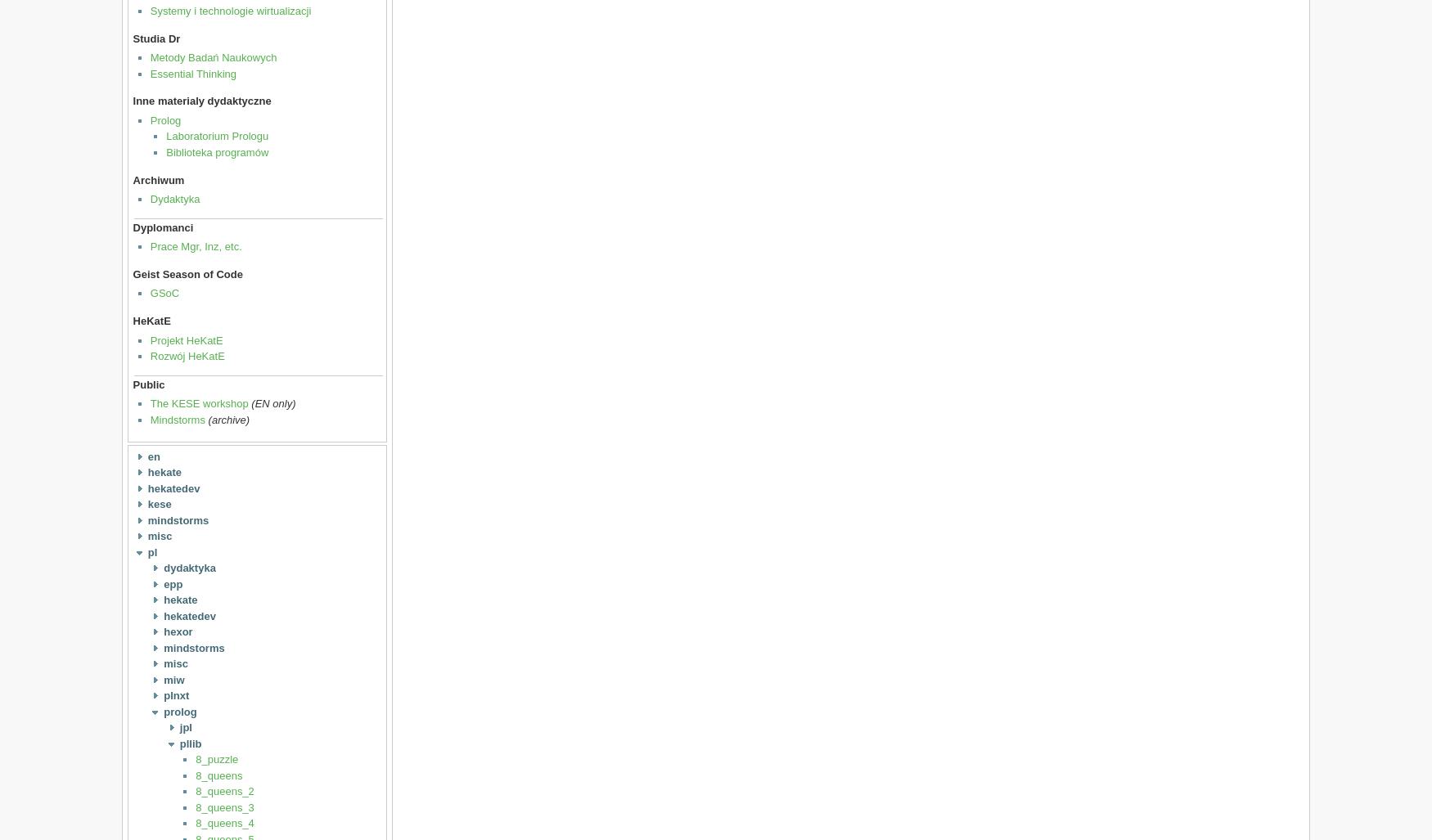 The width and height of the screenshot is (1432, 840). I want to click on 'dydaktyka', so click(189, 568).